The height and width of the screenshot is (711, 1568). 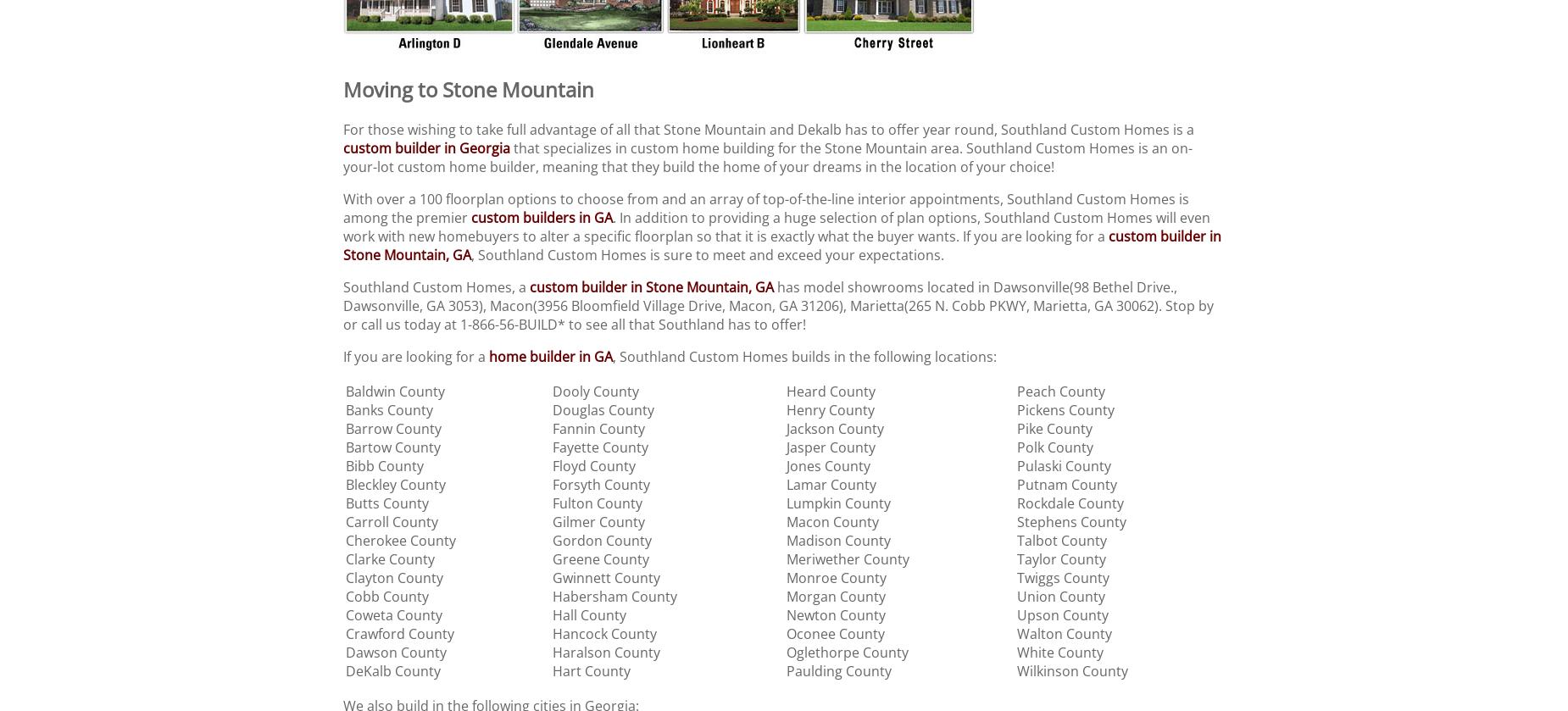 I want to click on 'Clayton County', so click(x=394, y=576).